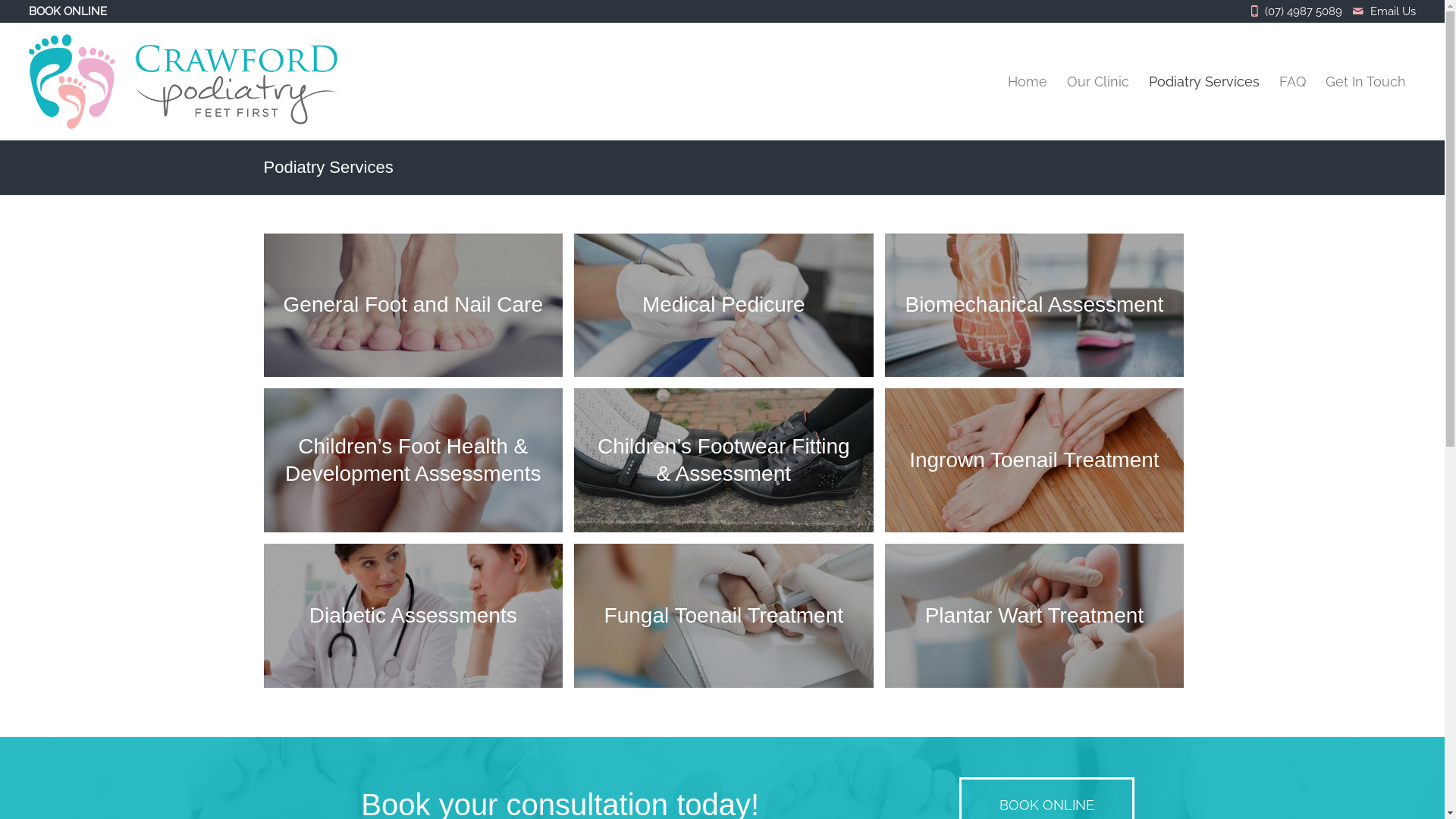 This screenshot has height=819, width=1456. What do you see at coordinates (1098, 81) in the screenshot?
I see `'Our Clinic'` at bounding box center [1098, 81].